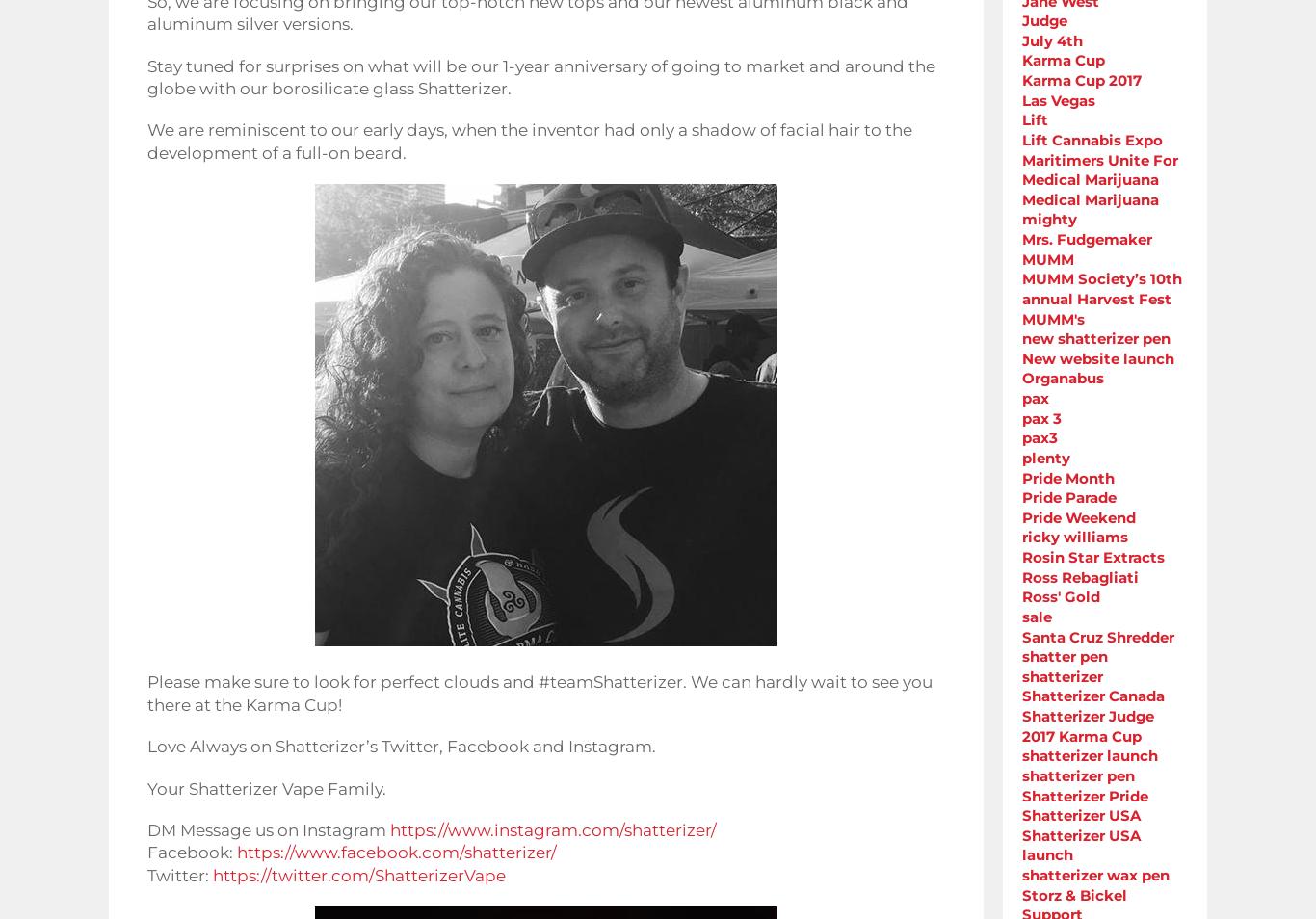 The width and height of the screenshot is (1316, 919). I want to click on 'MUMM', so click(1047, 258).